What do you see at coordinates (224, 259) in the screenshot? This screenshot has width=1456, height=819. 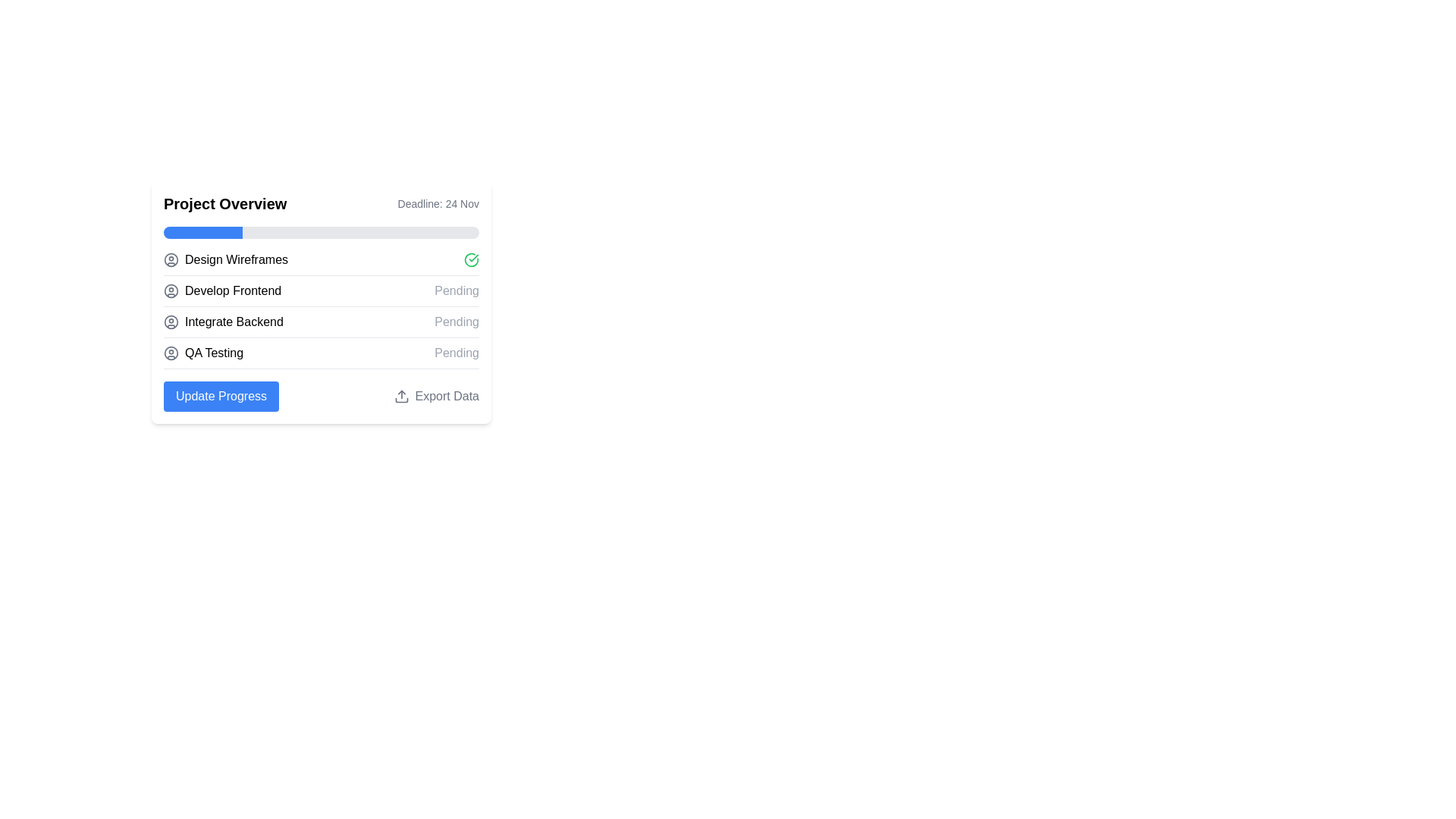 I see `the 'Design Wireframes' text label with a user profile icon` at bounding box center [224, 259].